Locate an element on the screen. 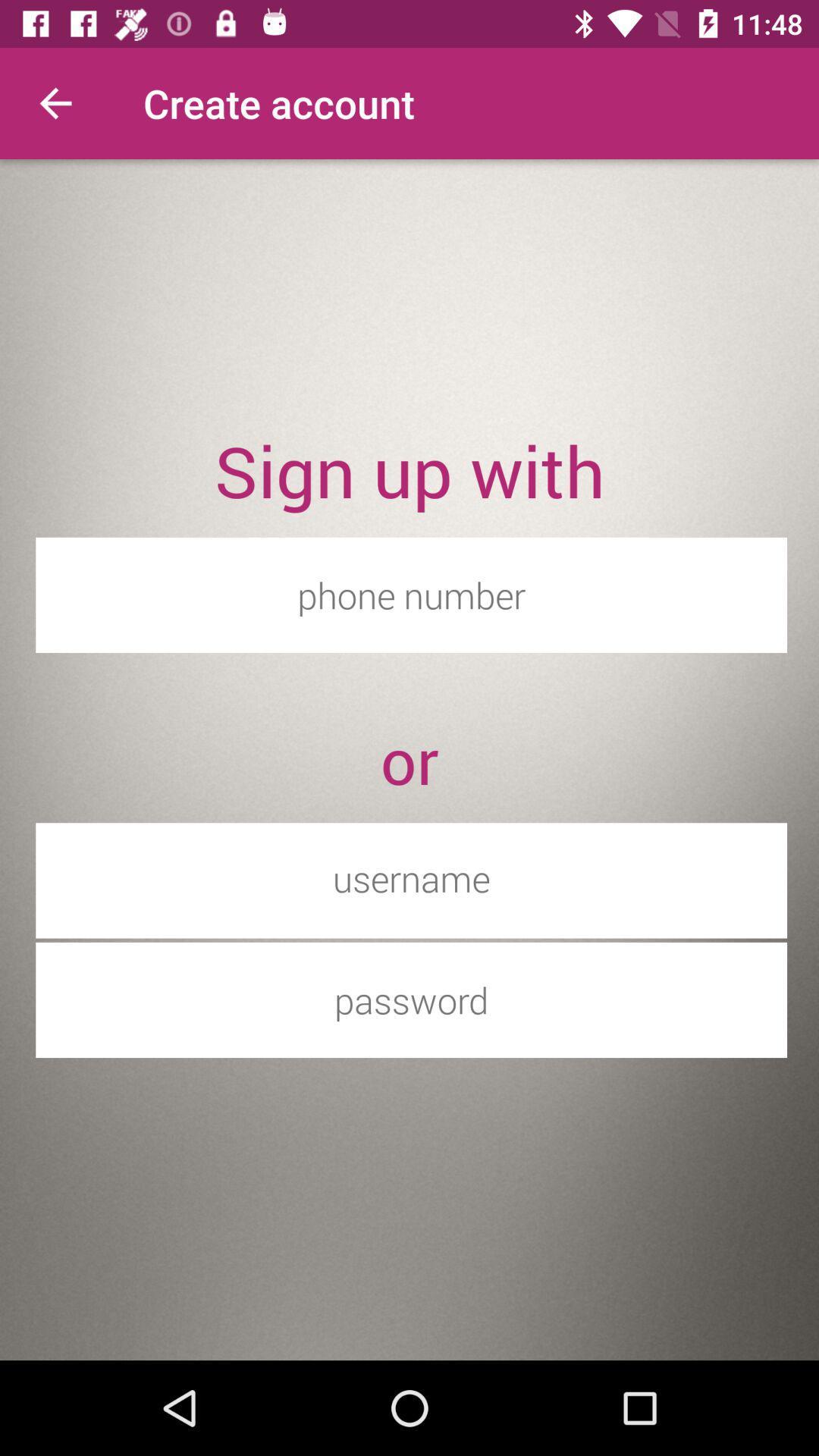 Image resolution: width=819 pixels, height=1456 pixels. icon next to the create account item is located at coordinates (55, 102).